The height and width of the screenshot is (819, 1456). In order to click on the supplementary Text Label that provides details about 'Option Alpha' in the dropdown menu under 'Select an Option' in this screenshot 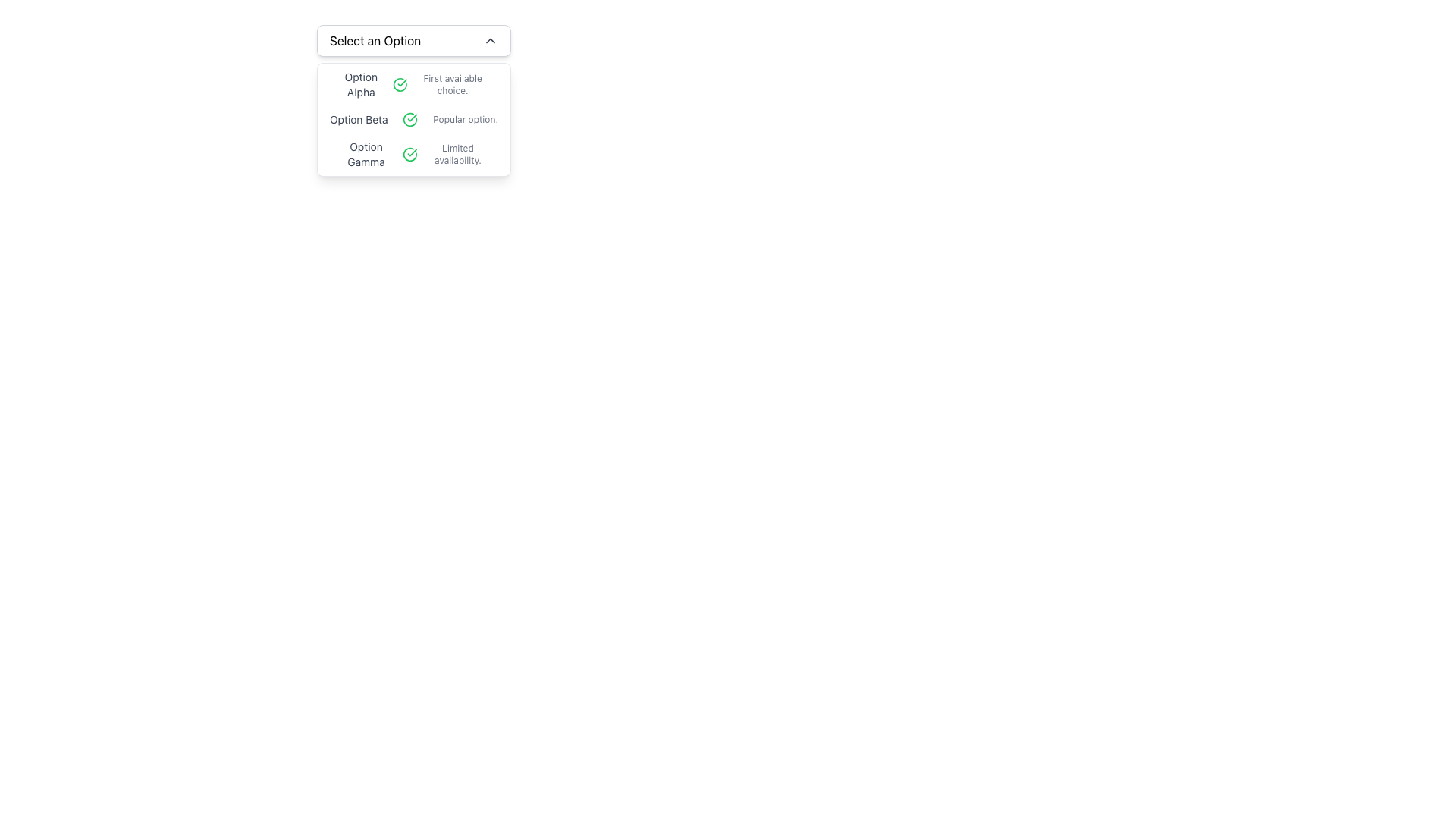, I will do `click(452, 84)`.